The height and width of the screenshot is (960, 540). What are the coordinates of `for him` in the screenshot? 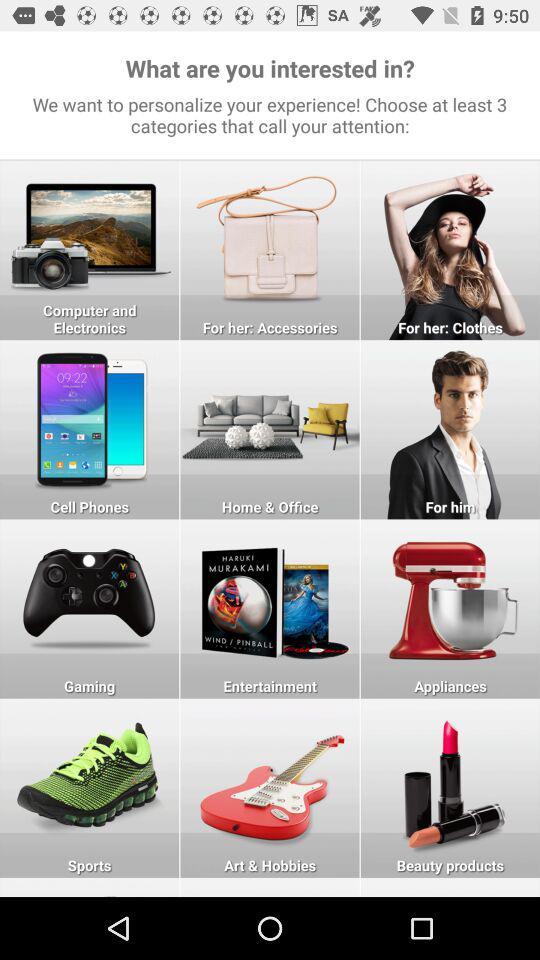 It's located at (450, 429).